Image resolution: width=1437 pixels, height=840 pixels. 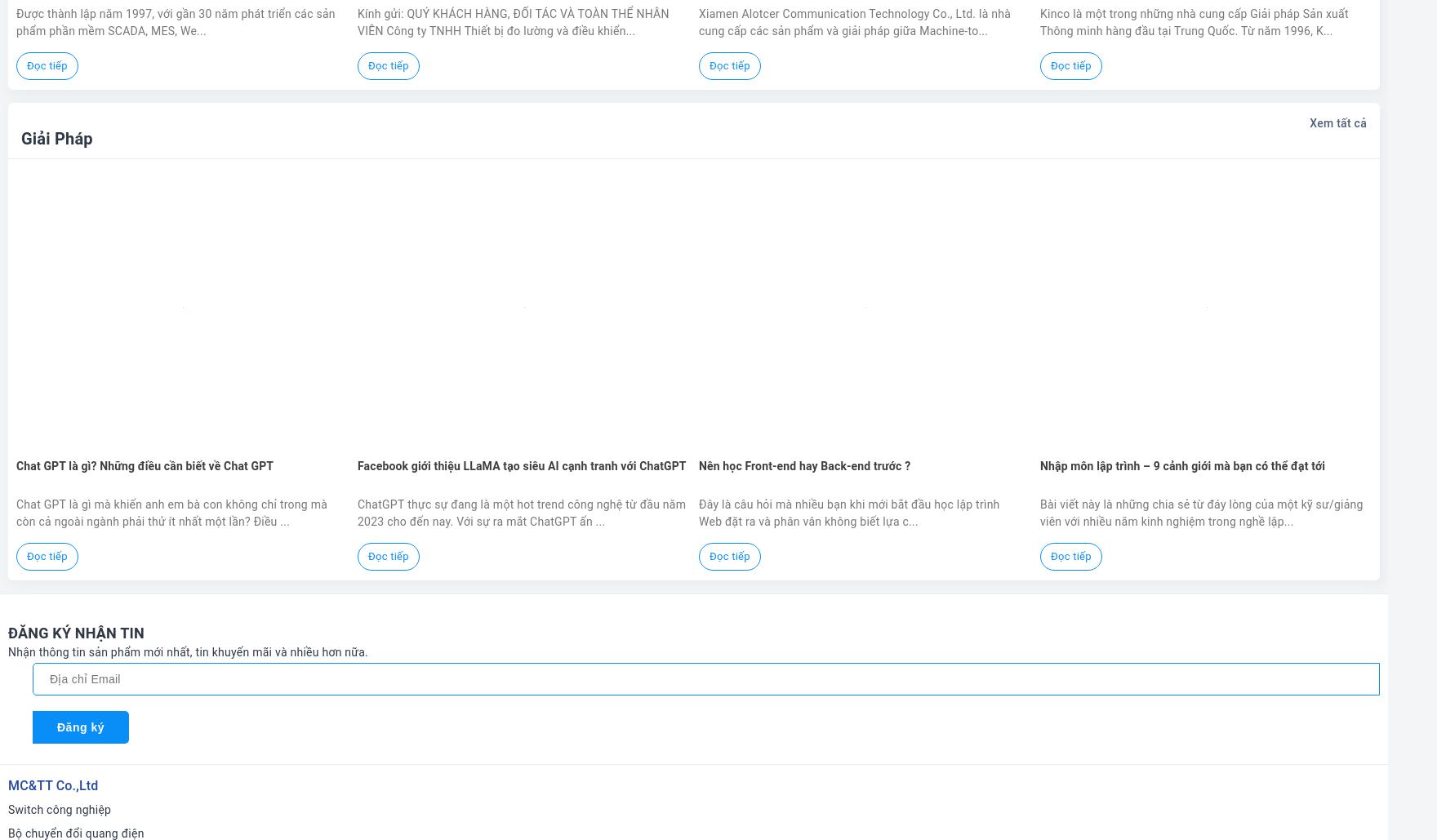 I want to click on 'Nên học Front-end hay Back-end trước ?', so click(x=804, y=464).